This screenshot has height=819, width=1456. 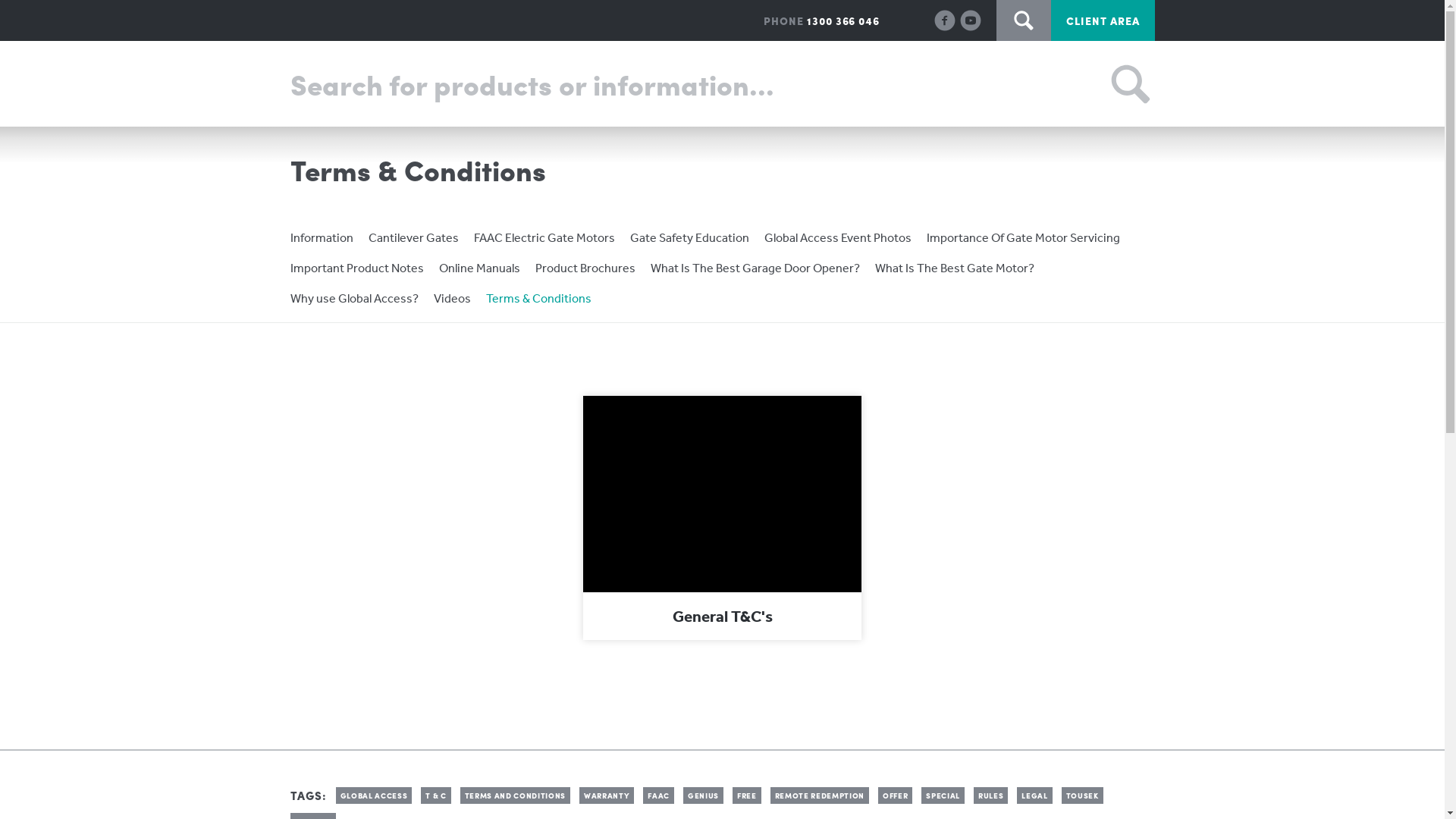 What do you see at coordinates (959, 18) in the screenshot?
I see `'YouTube'` at bounding box center [959, 18].